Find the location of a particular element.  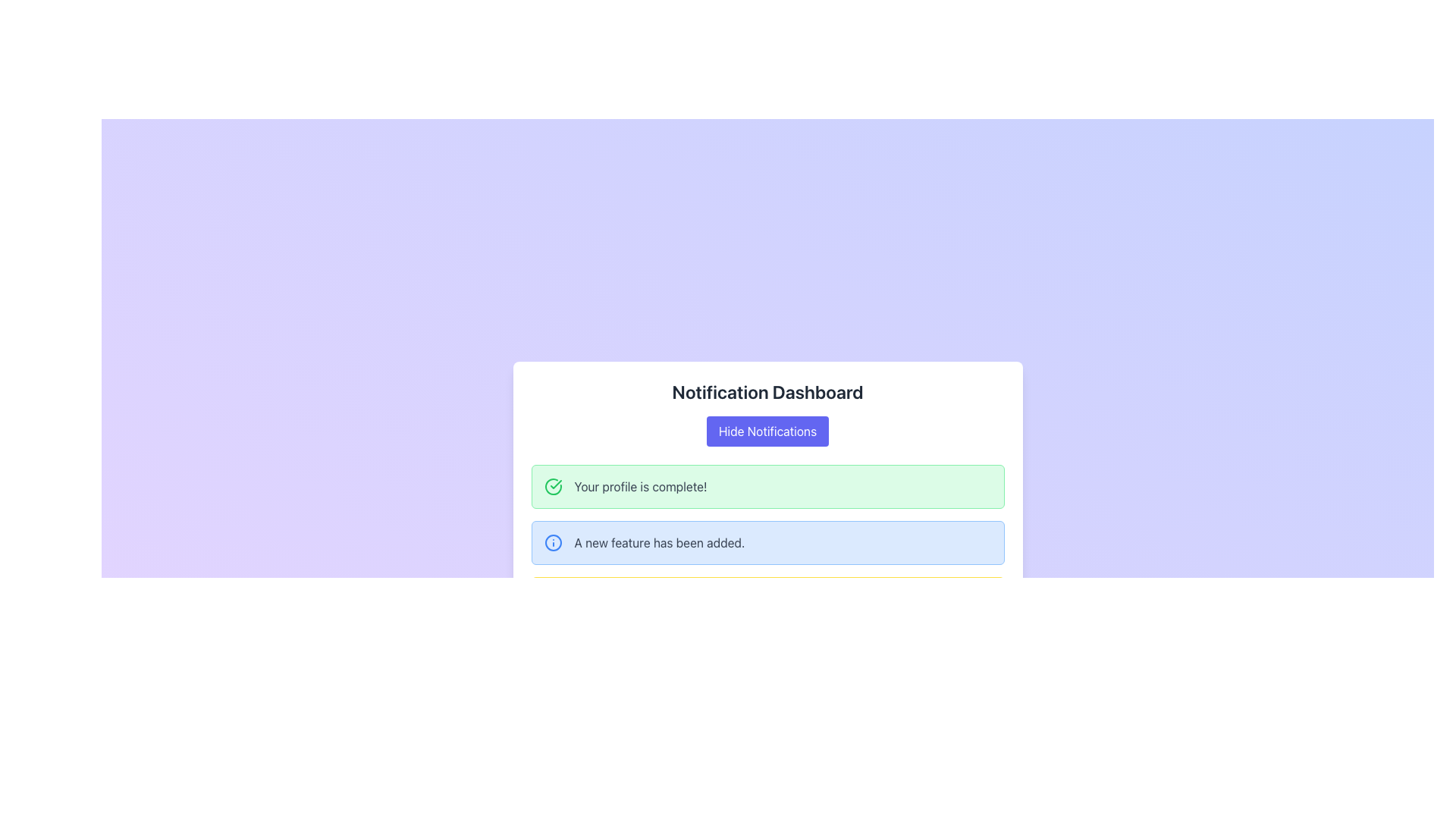

the confirmation icon located at the leftmost position within the green notification box that states 'Your profile is complete!' is located at coordinates (552, 486).